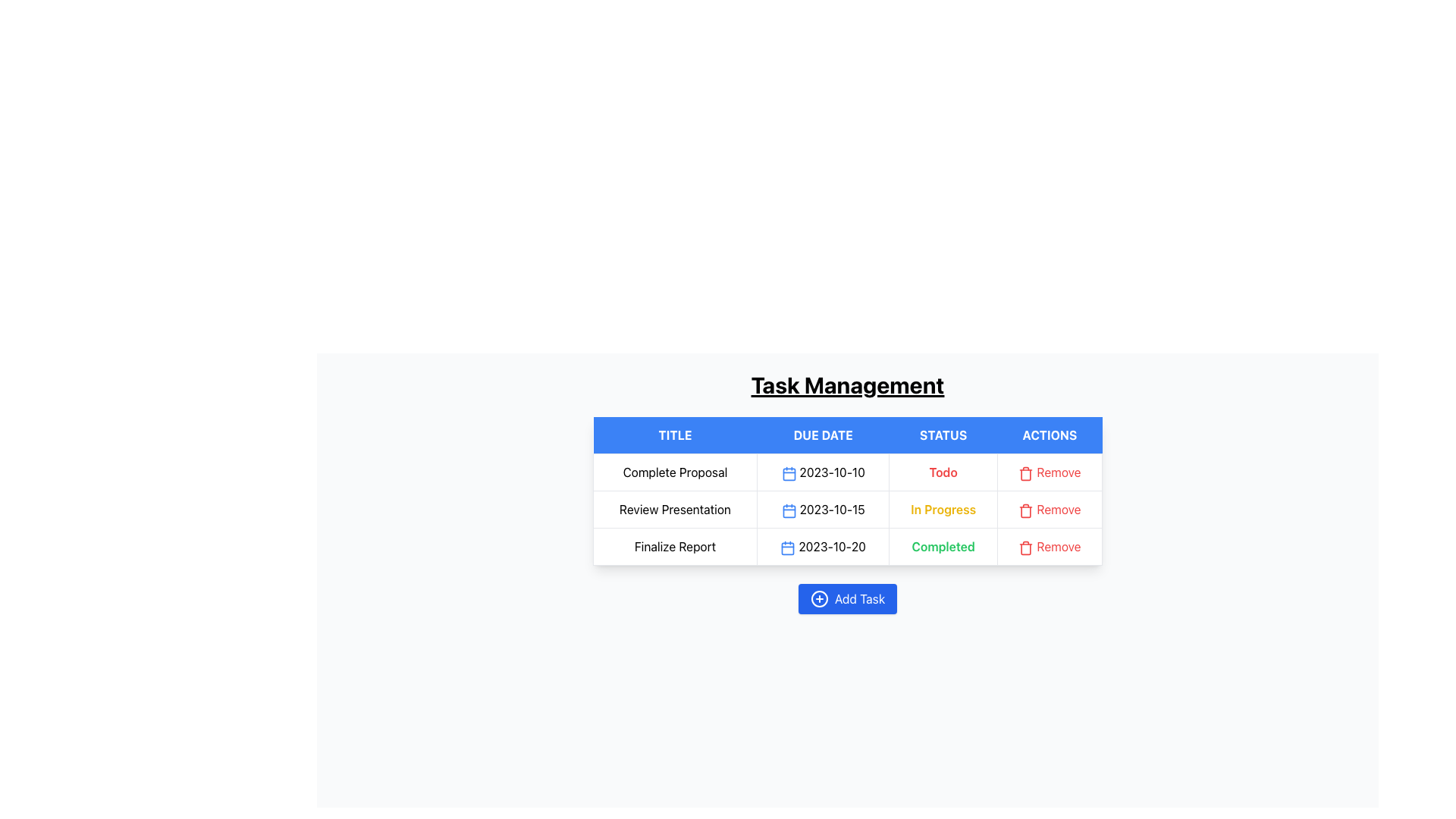 The image size is (1456, 819). I want to click on the due date icon located in the 'Finalize Report' row under the 'Due Date' column to potentially open a calendar or provide date details, so click(788, 548).